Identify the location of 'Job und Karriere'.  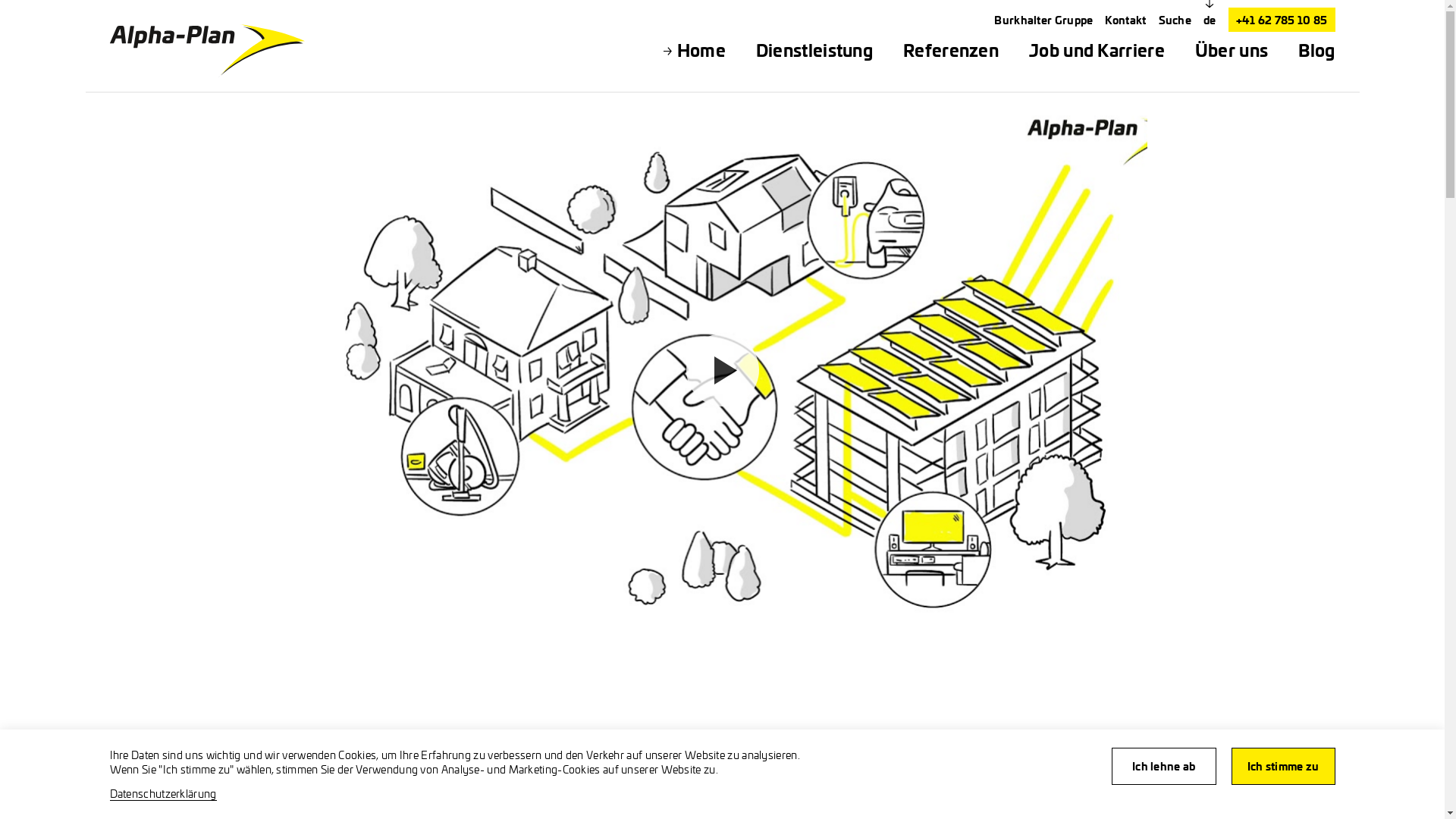
(1097, 49).